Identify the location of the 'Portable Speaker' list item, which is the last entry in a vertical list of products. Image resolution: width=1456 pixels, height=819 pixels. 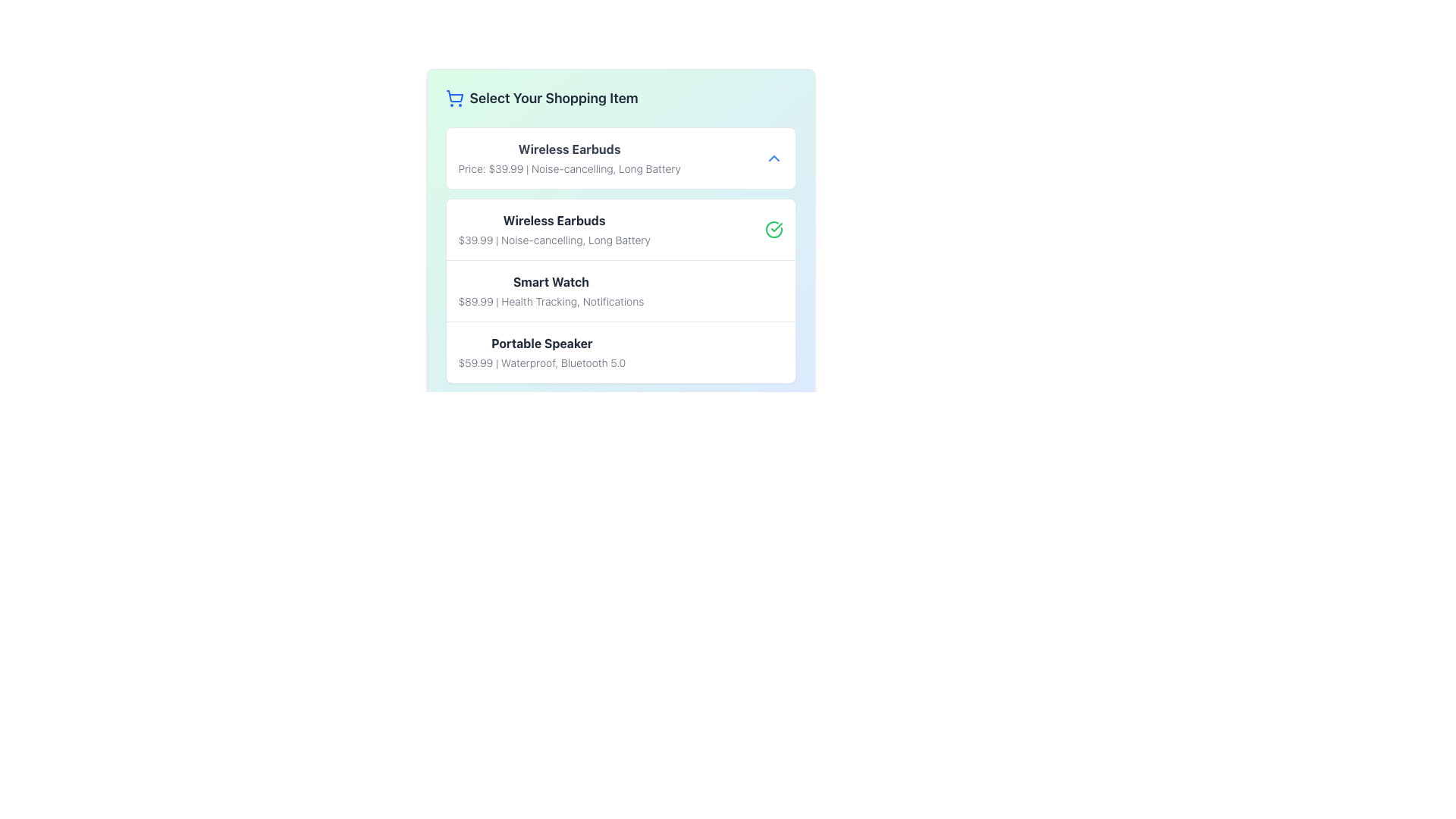
(620, 352).